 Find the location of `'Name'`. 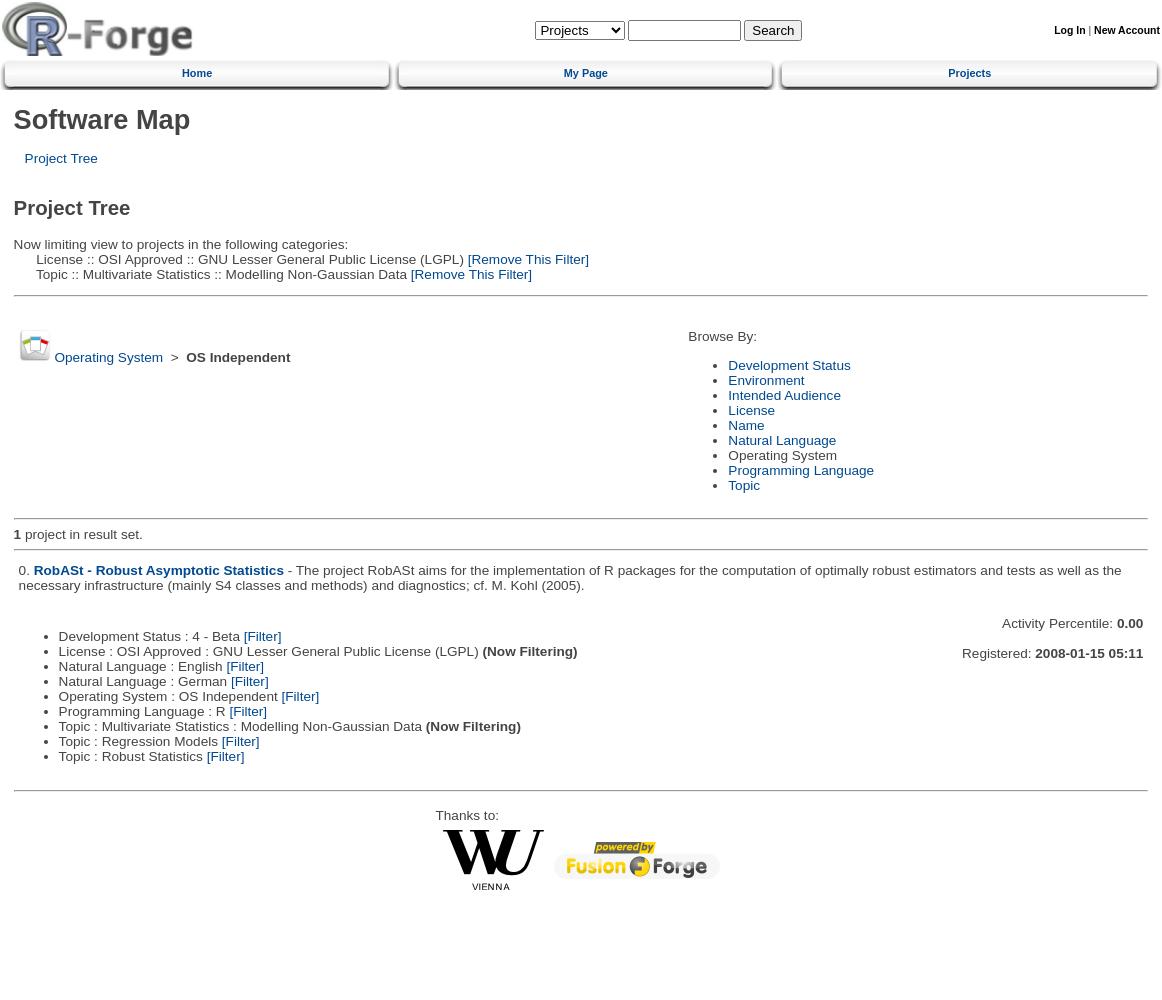

'Name' is located at coordinates (745, 424).